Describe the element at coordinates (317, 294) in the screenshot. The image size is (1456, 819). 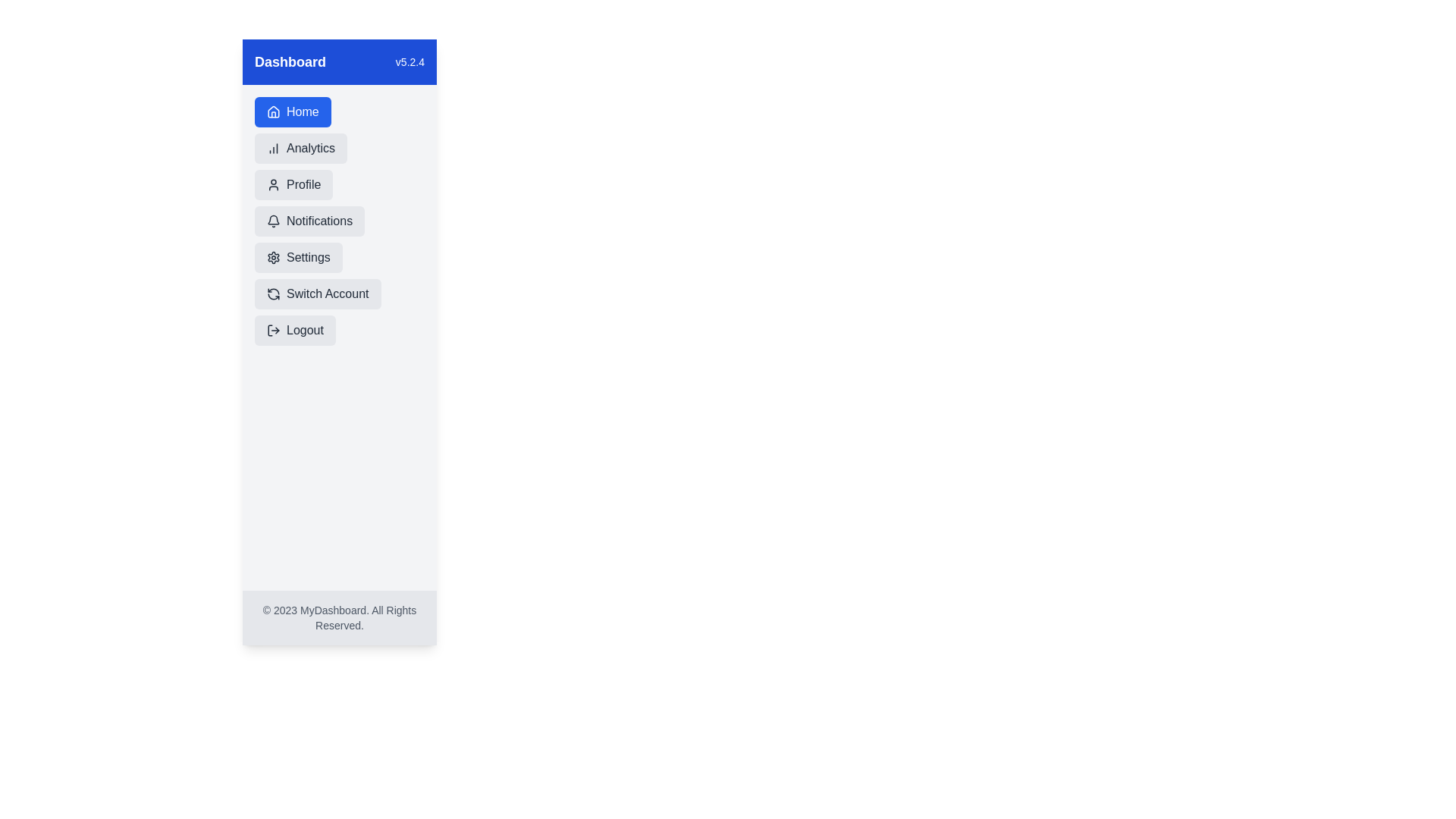
I see `the account switch button located on the left sidebar, sixth from the top` at that location.